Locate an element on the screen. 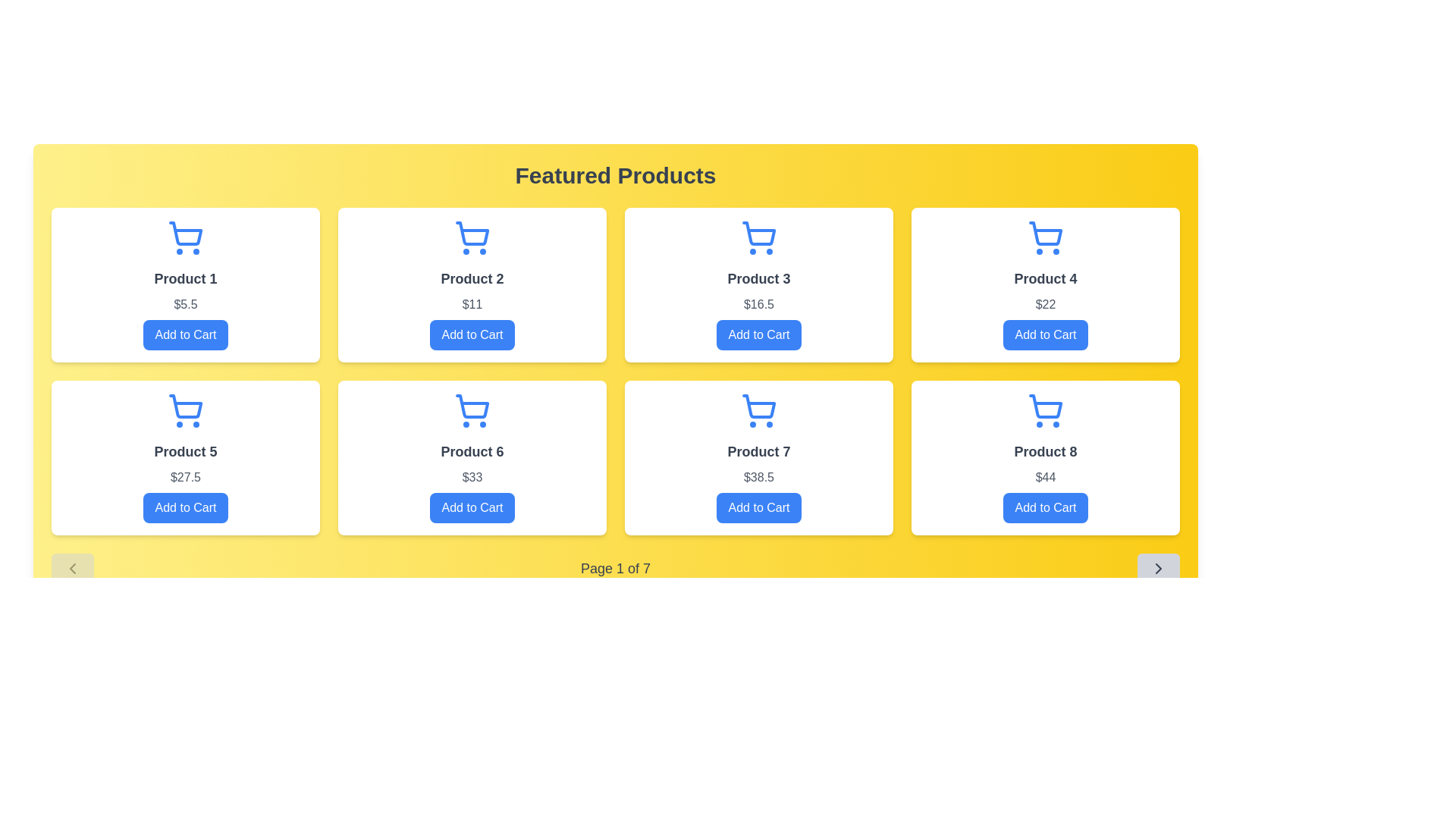 This screenshot has width=1456, height=819. the shopping cart icon, which is a blue outline with a polygonal basket and circular wheels, located at the top of the card for 'Product 7' is located at coordinates (759, 406).